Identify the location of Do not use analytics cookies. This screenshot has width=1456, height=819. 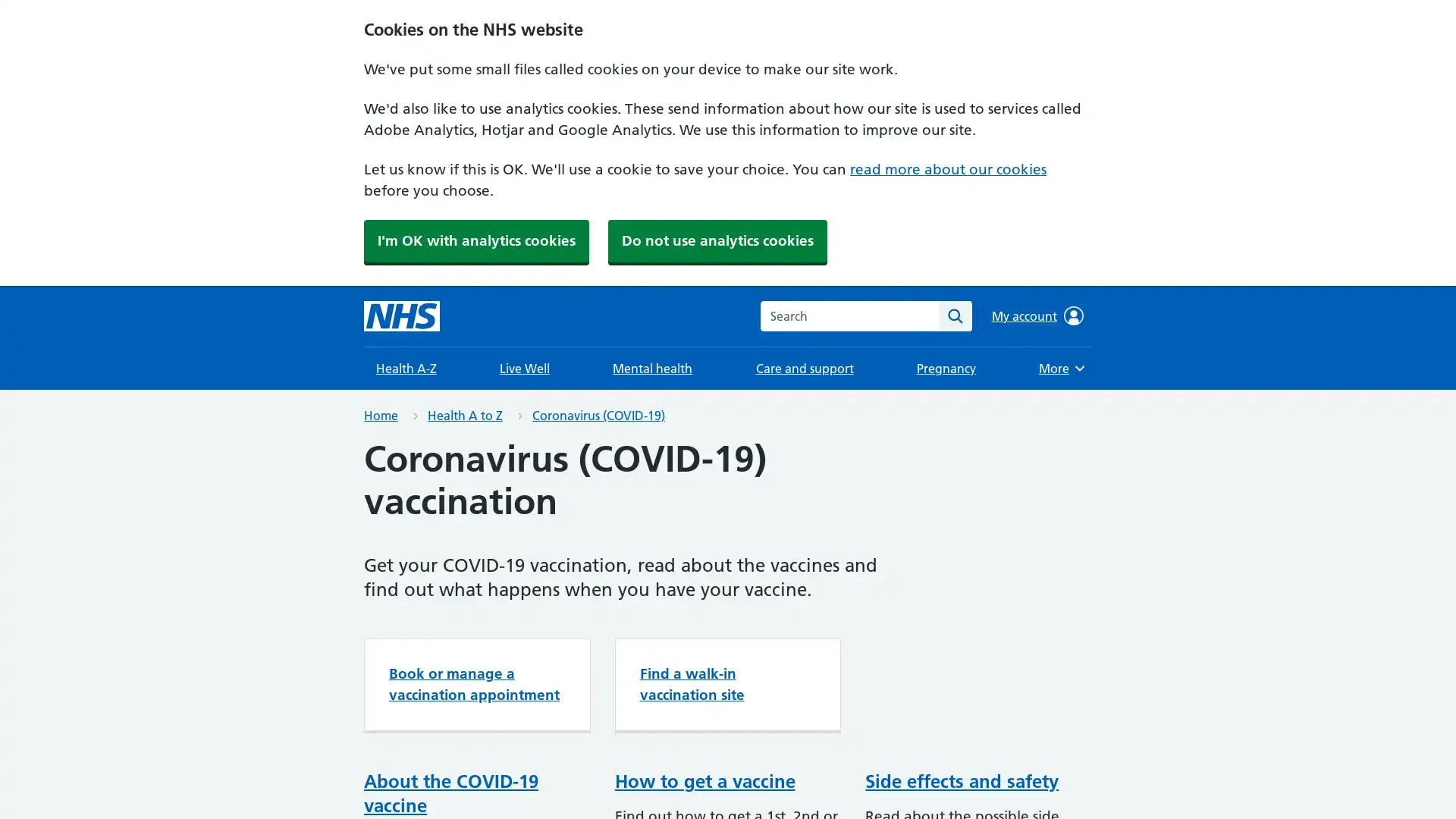
(717, 240).